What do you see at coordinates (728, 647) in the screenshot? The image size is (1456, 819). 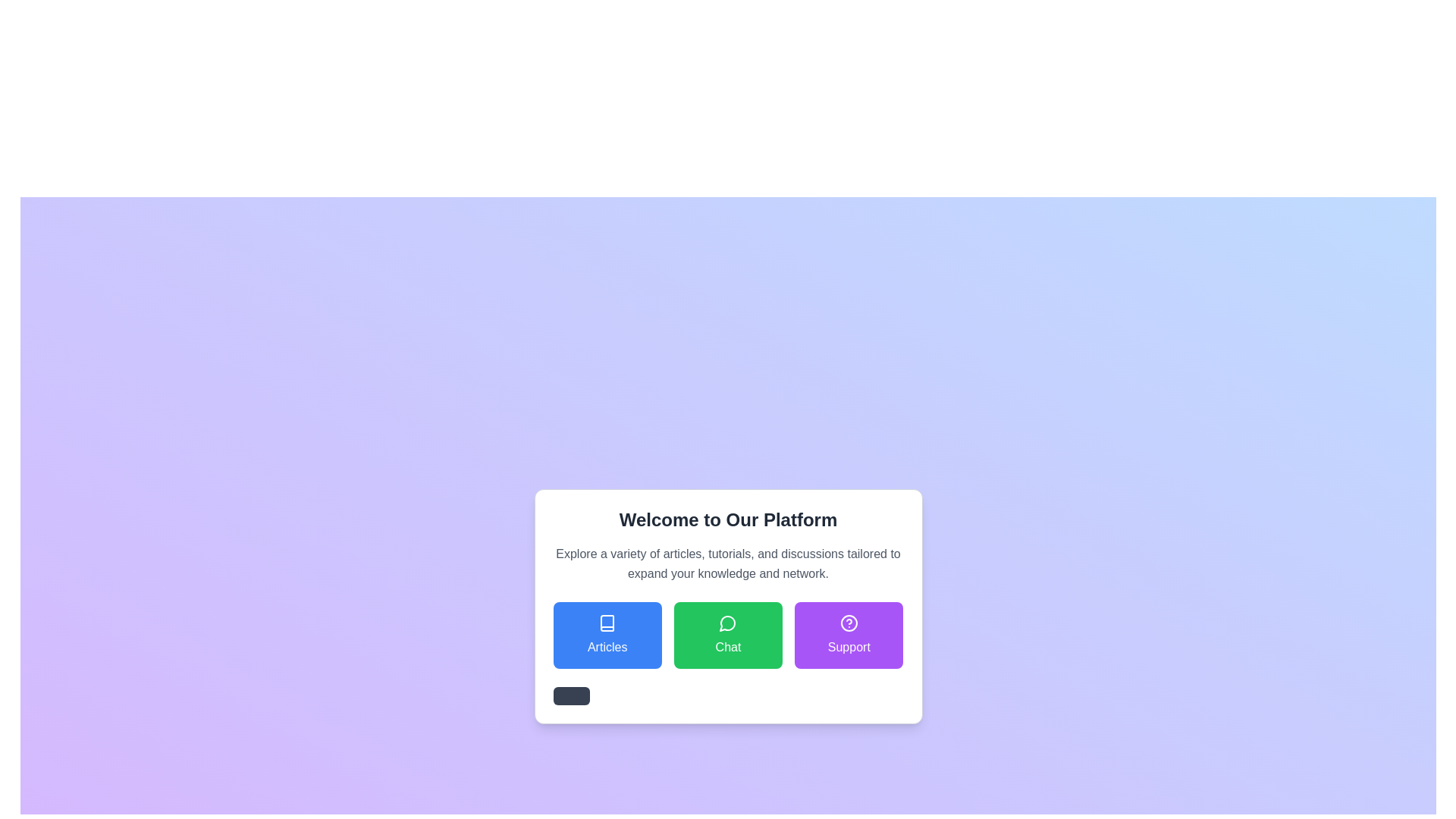 I see `label 'Chat' which is displayed in bold white text inside the green rounded rectangular button with a chat bubble icon` at bounding box center [728, 647].